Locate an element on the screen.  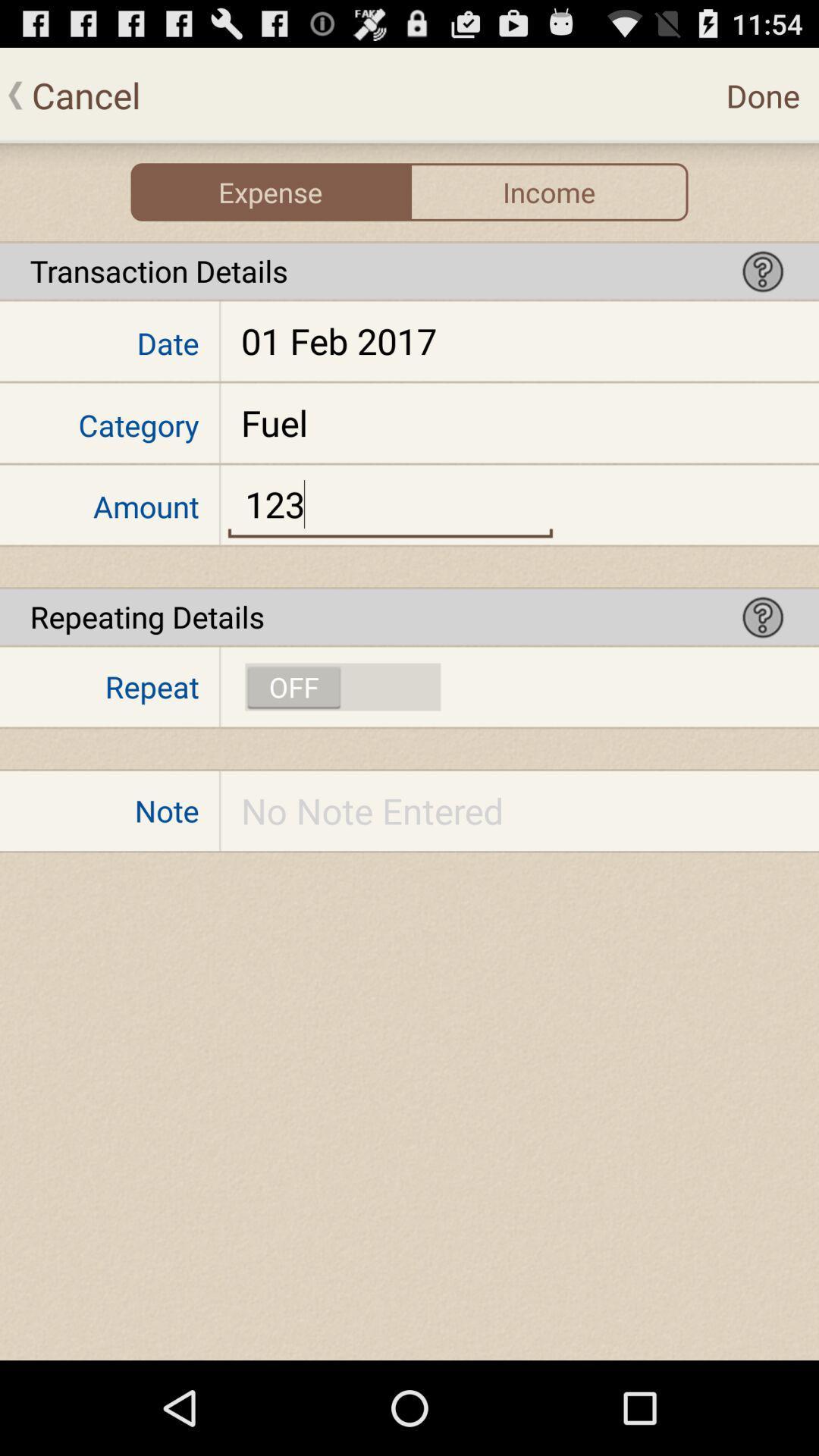
section help is located at coordinates (763, 617).